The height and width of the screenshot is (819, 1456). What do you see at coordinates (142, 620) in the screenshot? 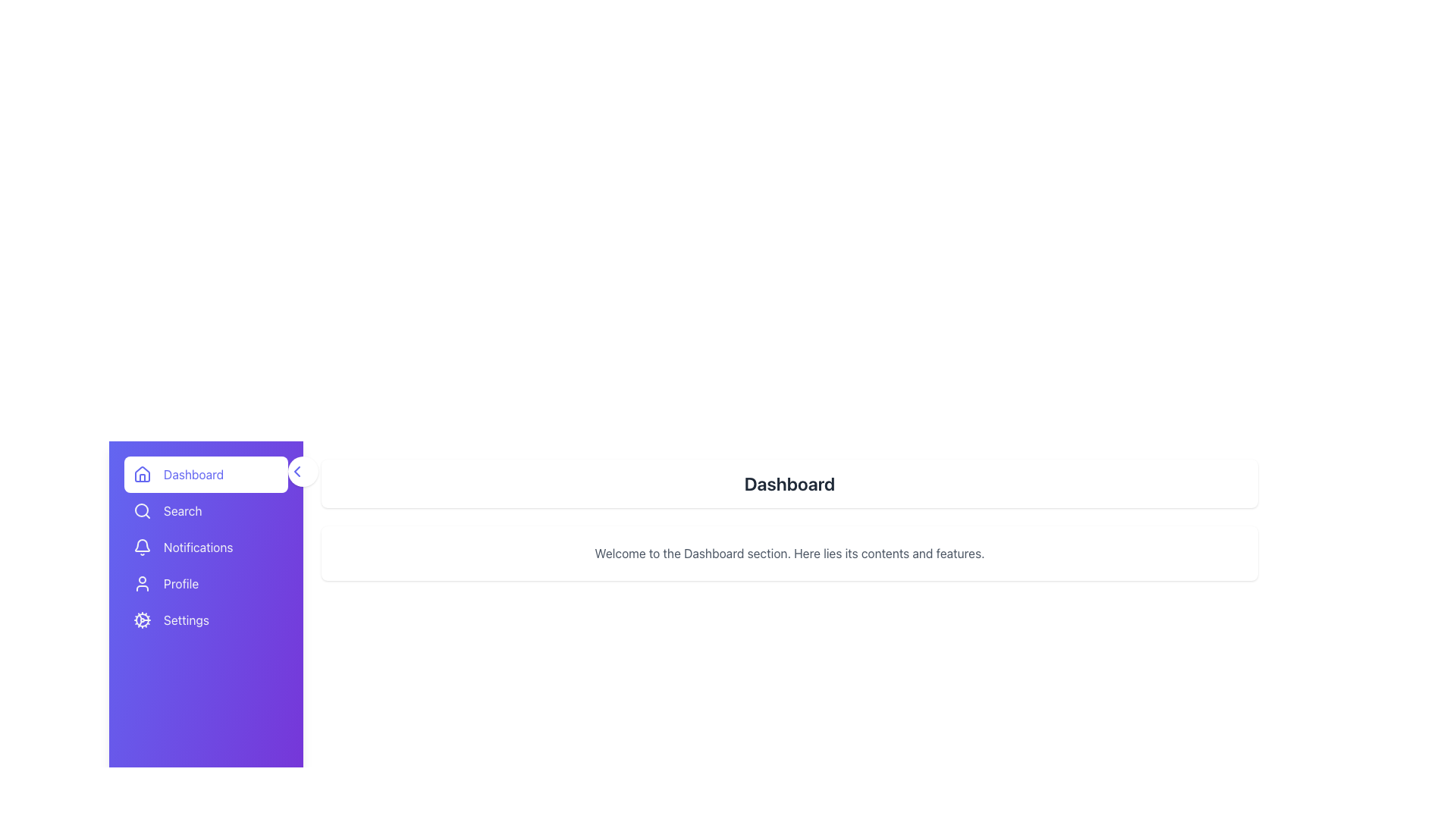
I see `the settings icon located in the vertical navigation bar, adjacent to the word 'Settings'` at bounding box center [142, 620].